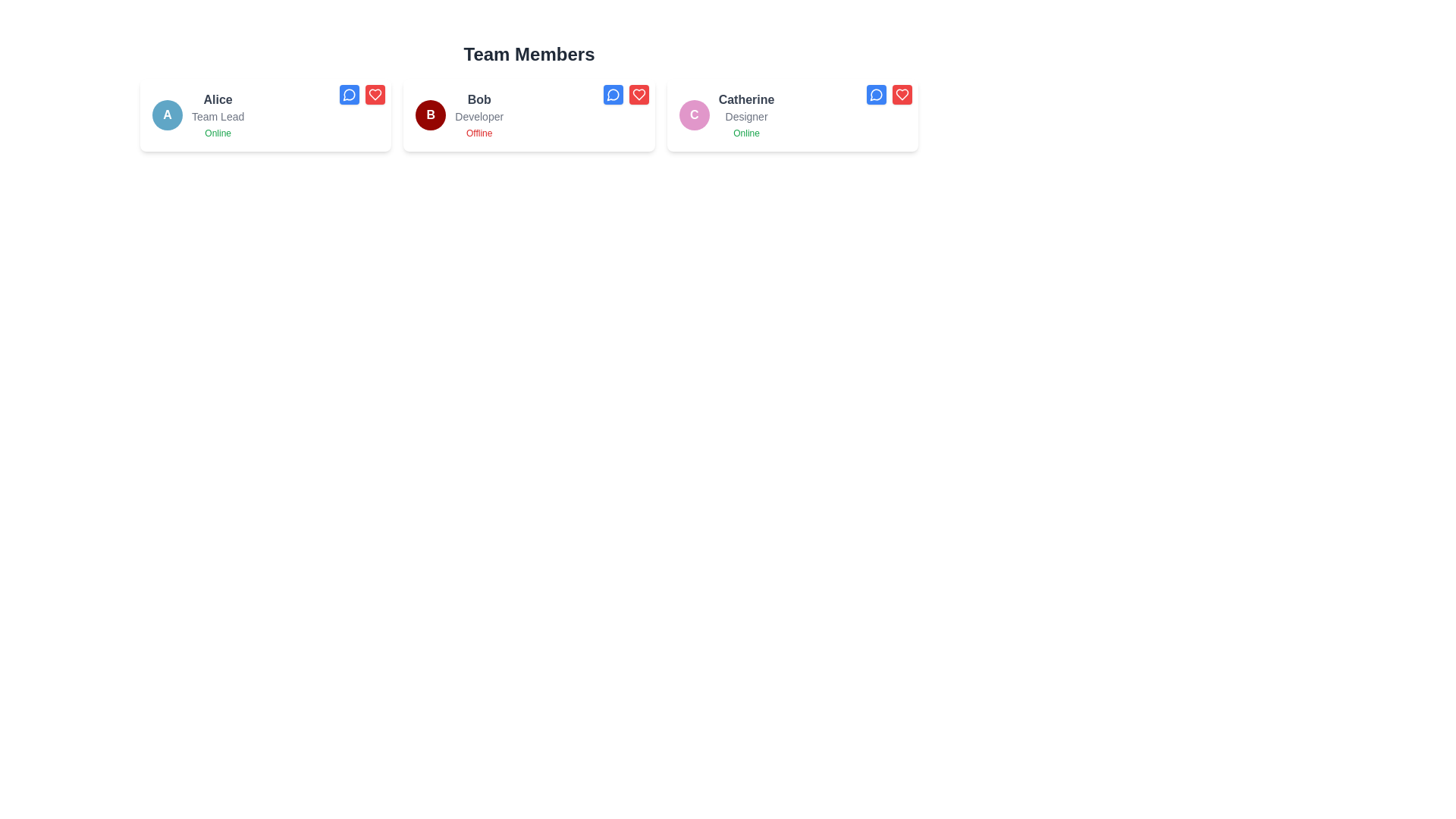 The height and width of the screenshot is (819, 1456). Describe the element at coordinates (876, 95) in the screenshot. I see `the chat initiation icon located in the top-right corner of the card labeled Catherine` at that location.